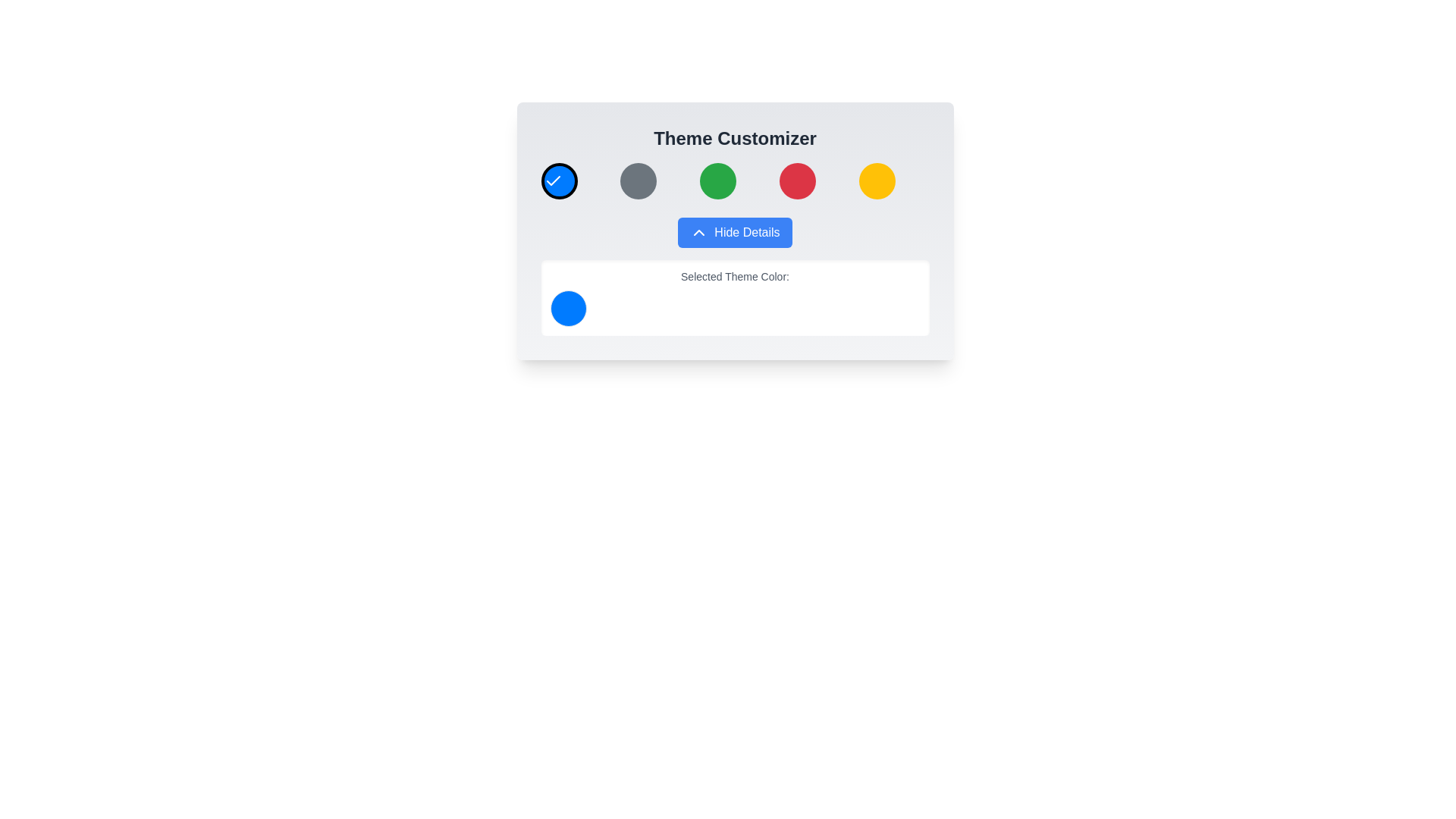 The image size is (1456, 819). What do you see at coordinates (552, 180) in the screenshot?
I see `the selected blue checkmark icon located within the leftmost circular button at the top of the theme customization section` at bounding box center [552, 180].